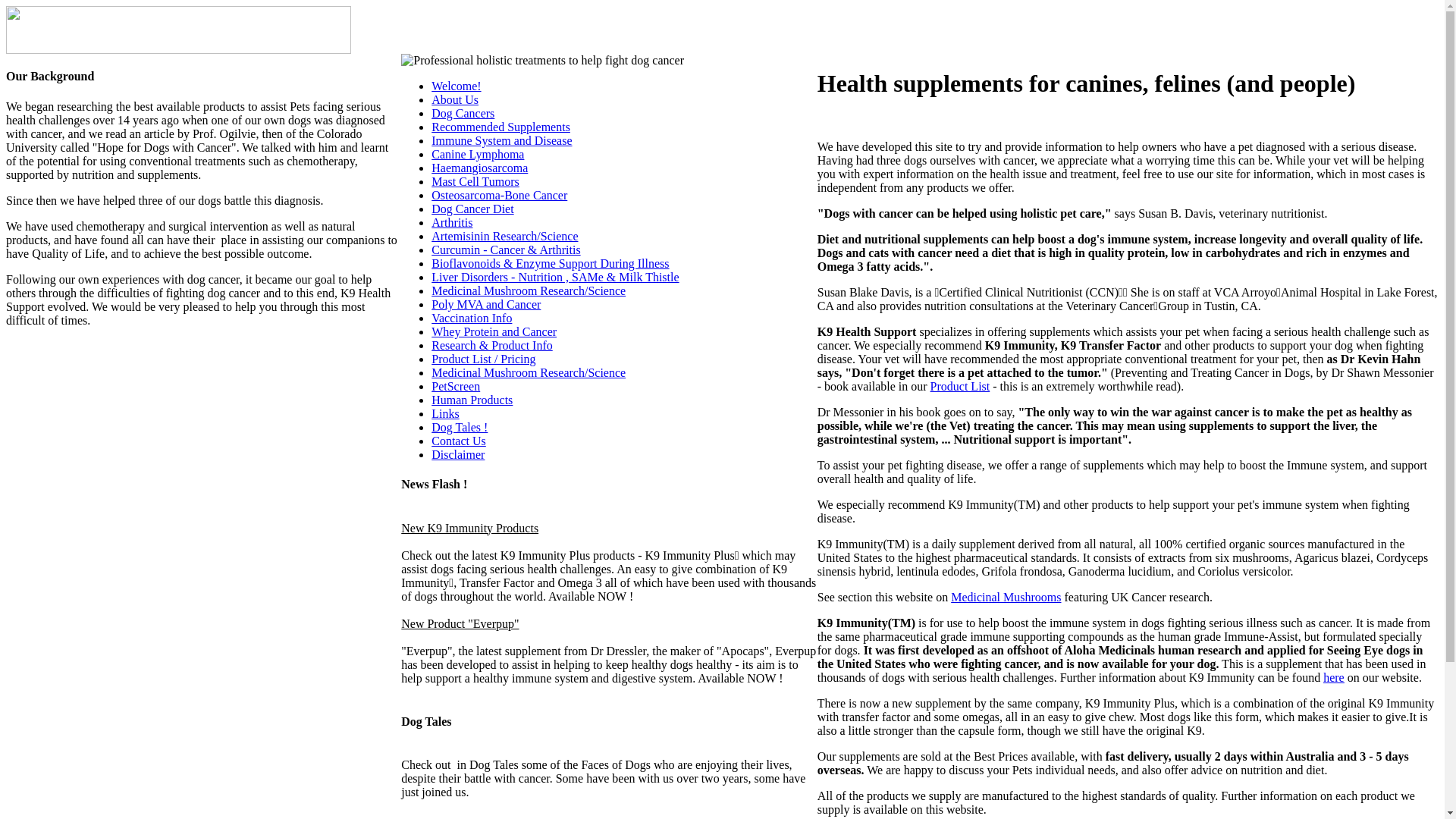 The width and height of the screenshot is (1456, 819). What do you see at coordinates (1006, 596) in the screenshot?
I see `'Medicinal Mushrooms'` at bounding box center [1006, 596].